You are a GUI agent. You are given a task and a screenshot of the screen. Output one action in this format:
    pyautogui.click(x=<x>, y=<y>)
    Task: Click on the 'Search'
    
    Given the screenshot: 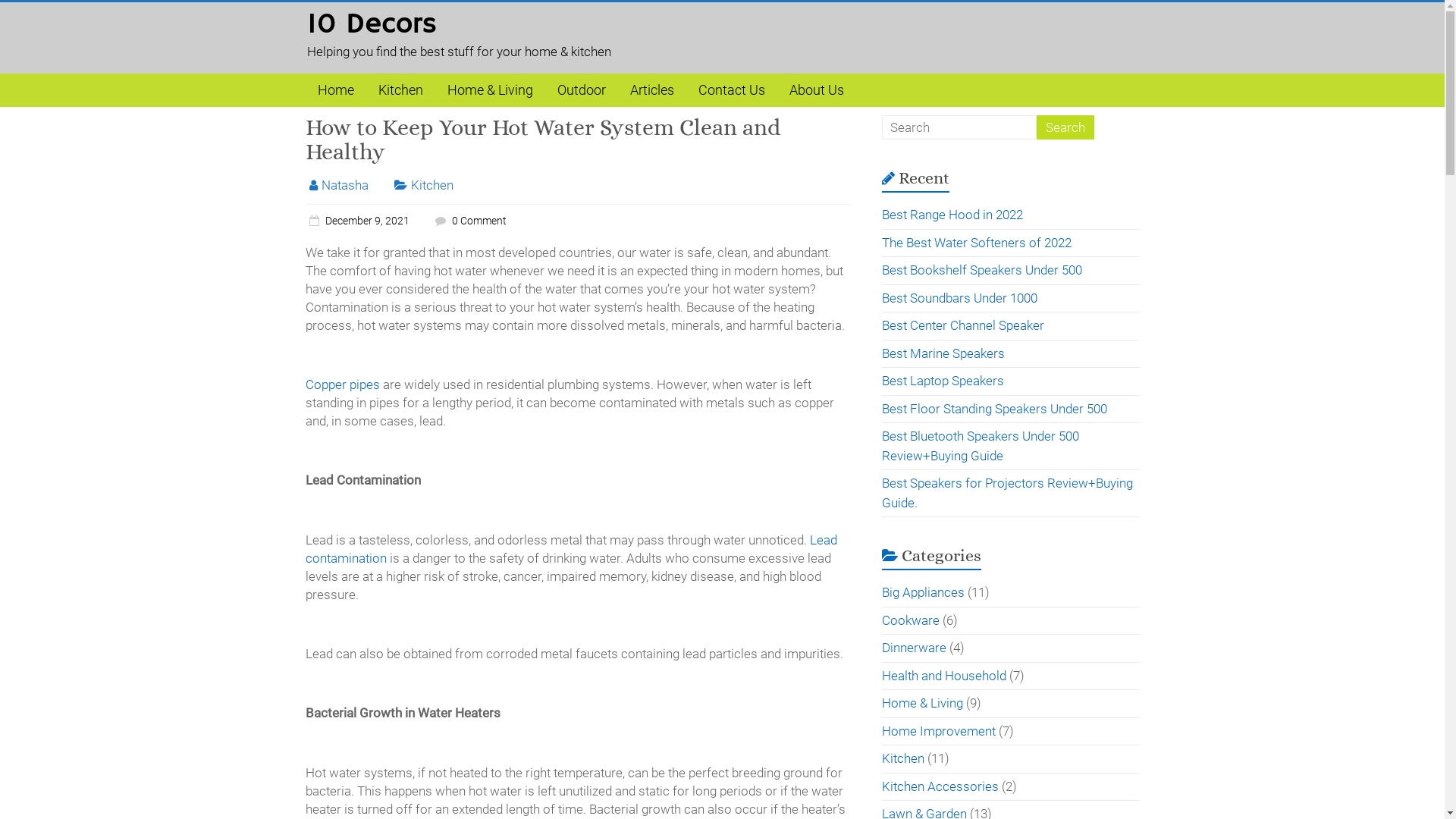 What is the action you would take?
    pyautogui.click(x=1063, y=127)
    